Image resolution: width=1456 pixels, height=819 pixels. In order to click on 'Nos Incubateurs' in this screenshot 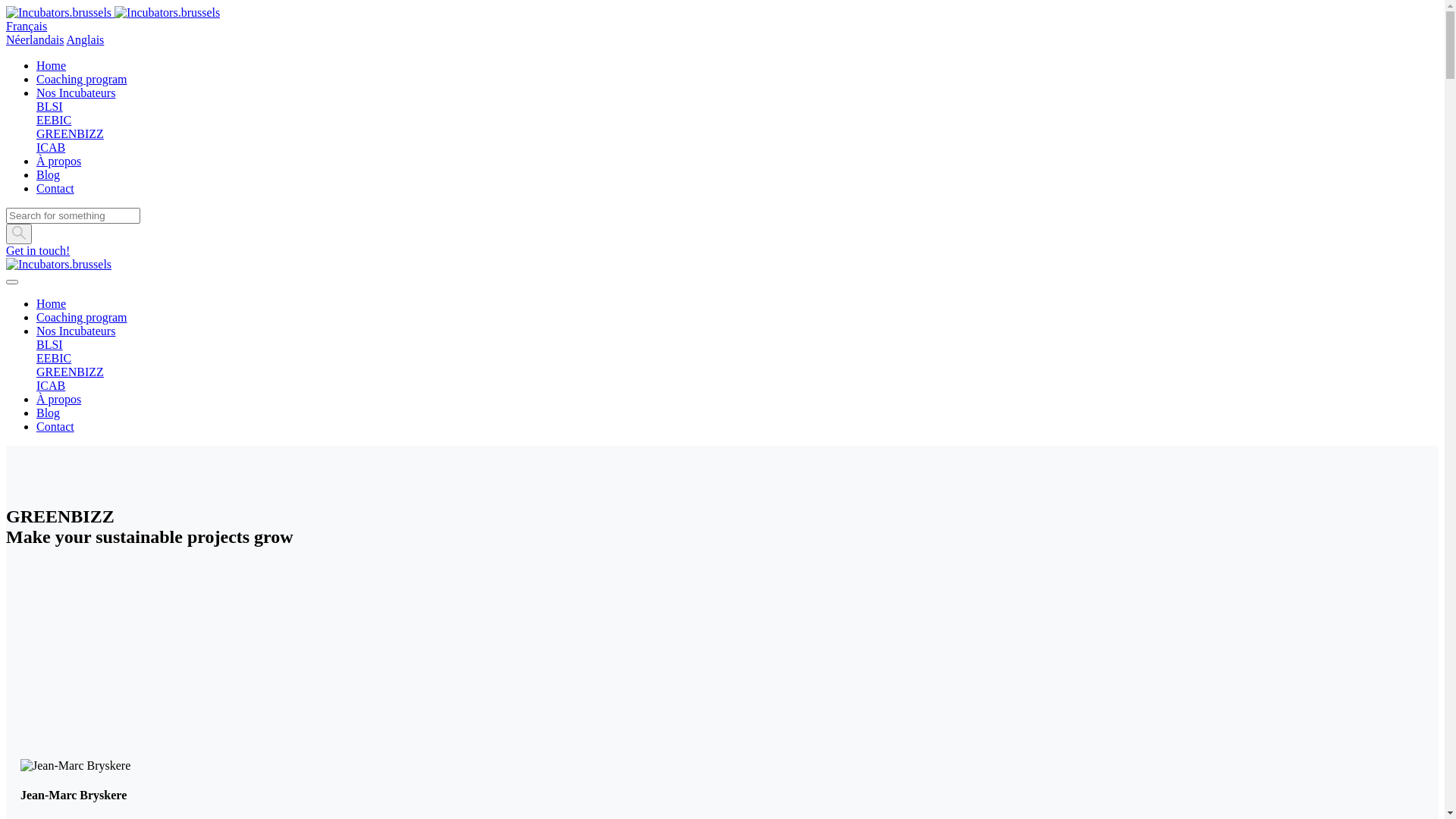, I will do `click(75, 93)`.